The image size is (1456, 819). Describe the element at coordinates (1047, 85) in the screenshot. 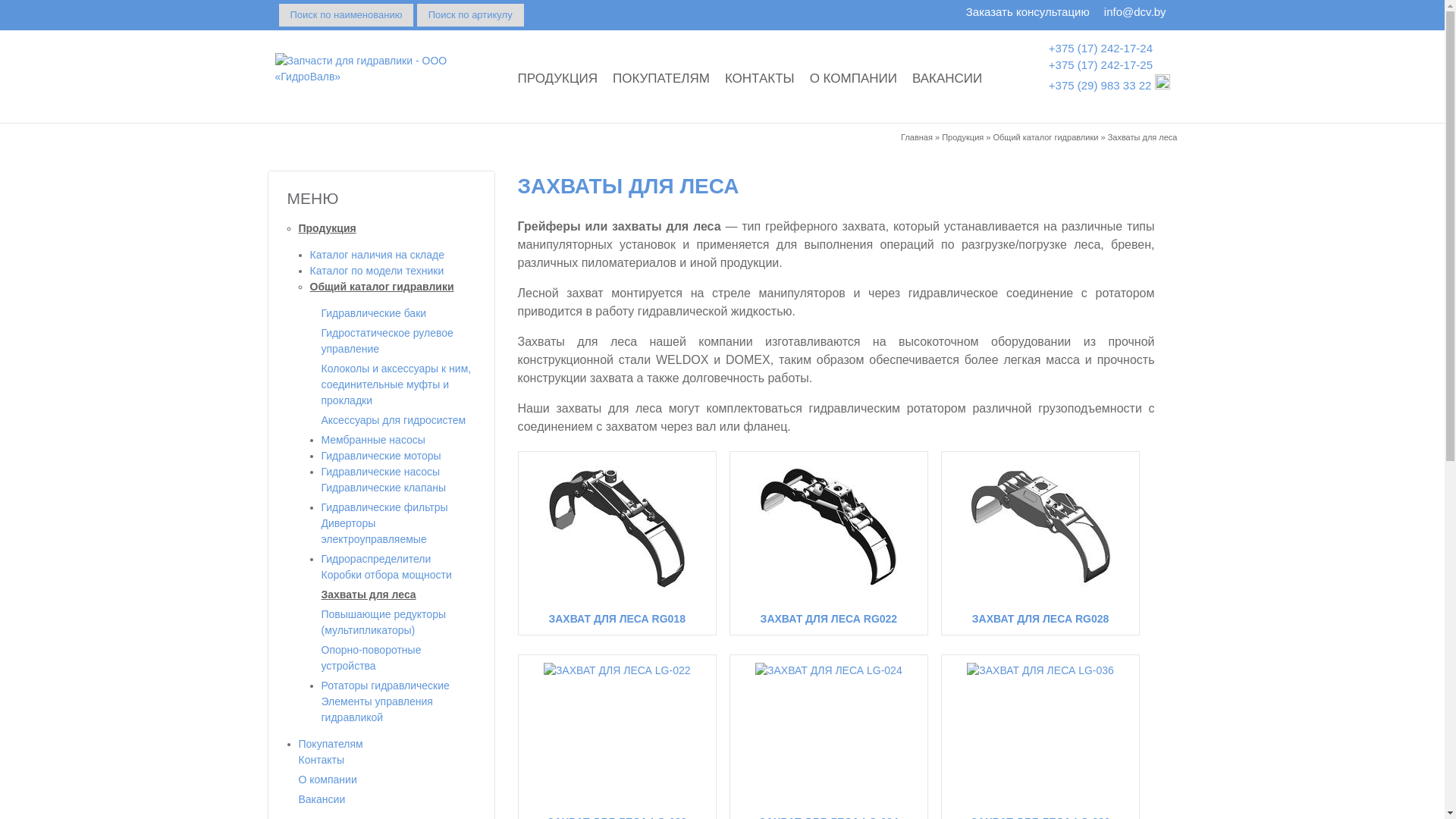

I see `'+375 (29) 983 33 22'` at that location.